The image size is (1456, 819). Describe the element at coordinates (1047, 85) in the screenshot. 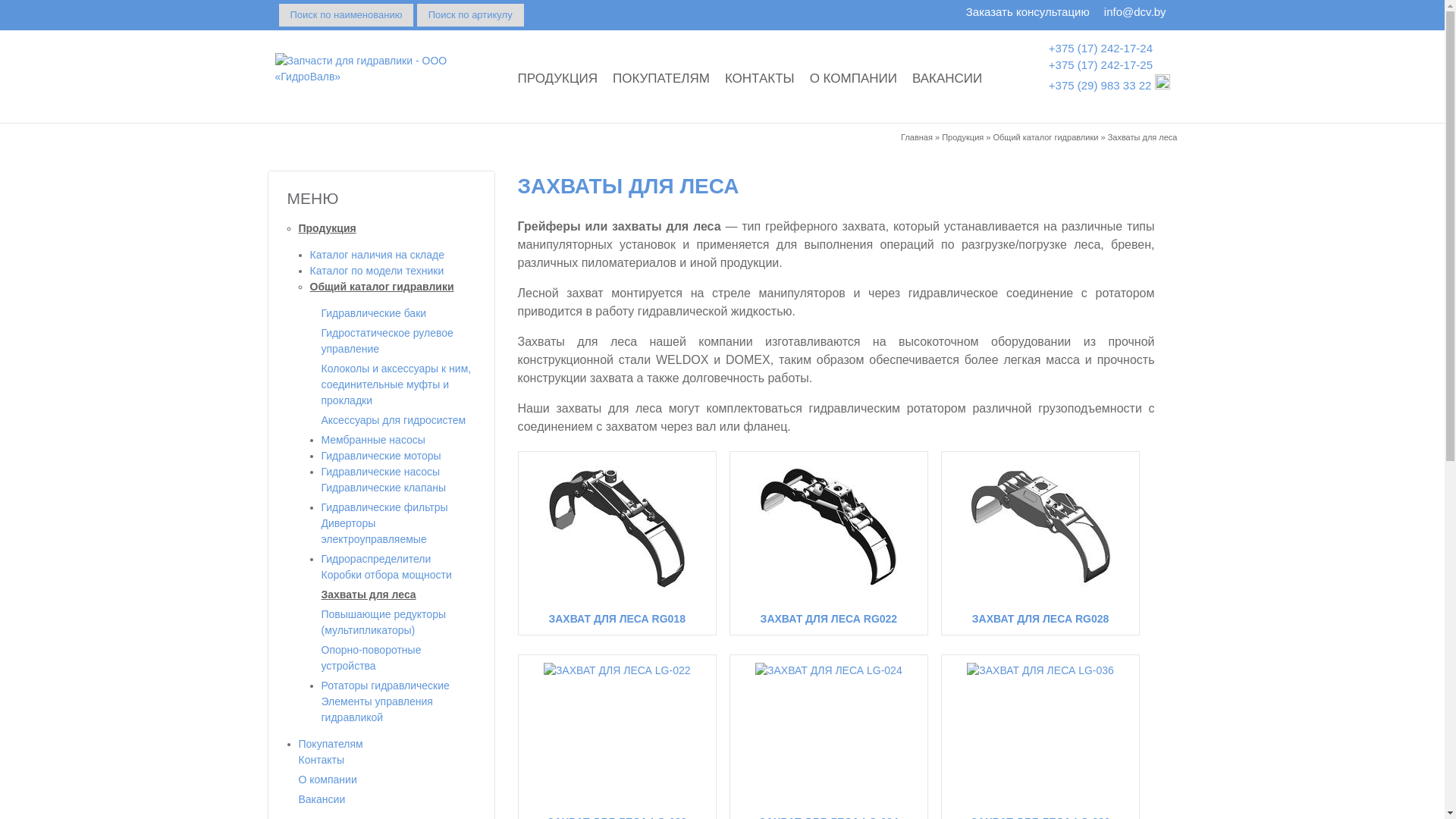

I see `'+375 (29) 983 33 22'` at that location.